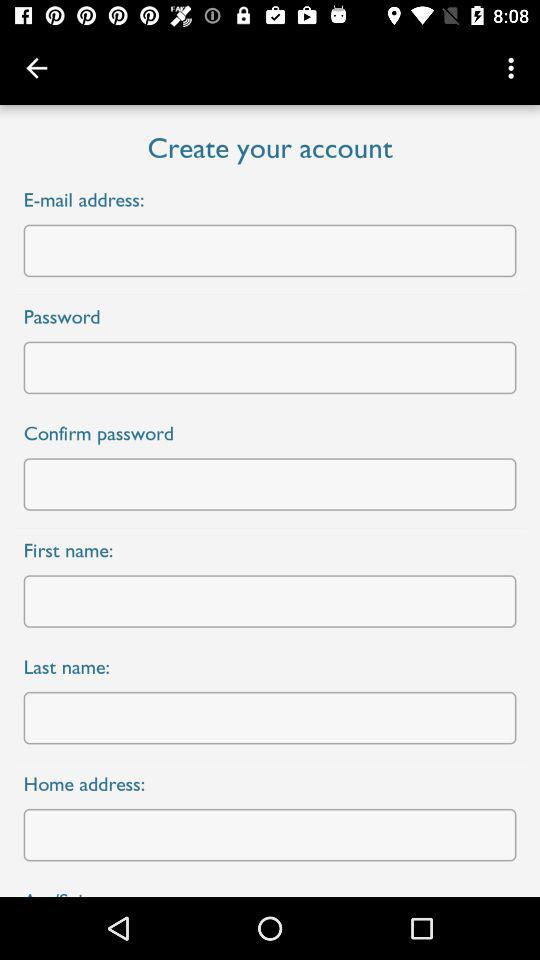  I want to click on the first name field, so click(270, 600).